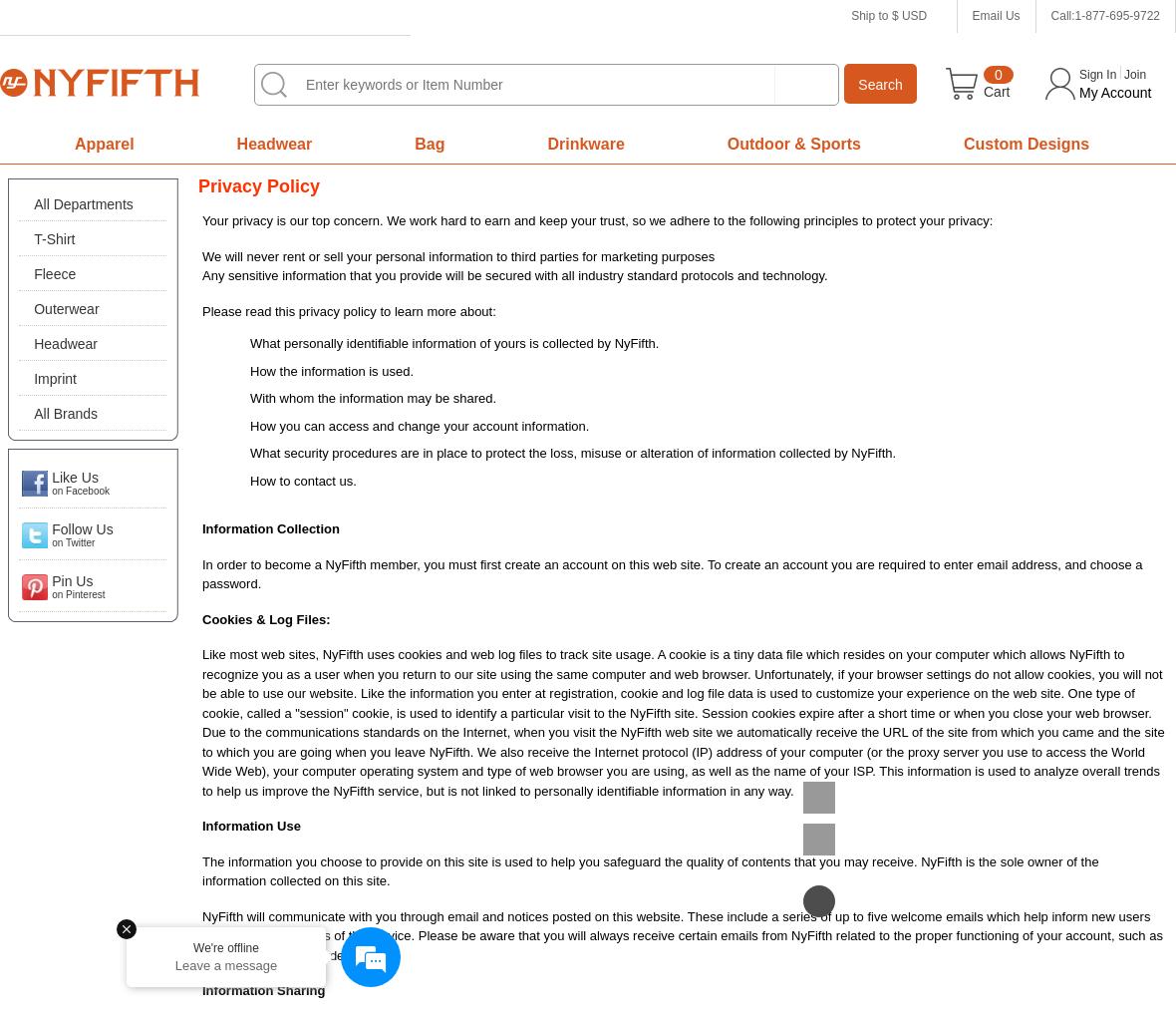  I want to click on 'Information Collection', so click(270, 528).